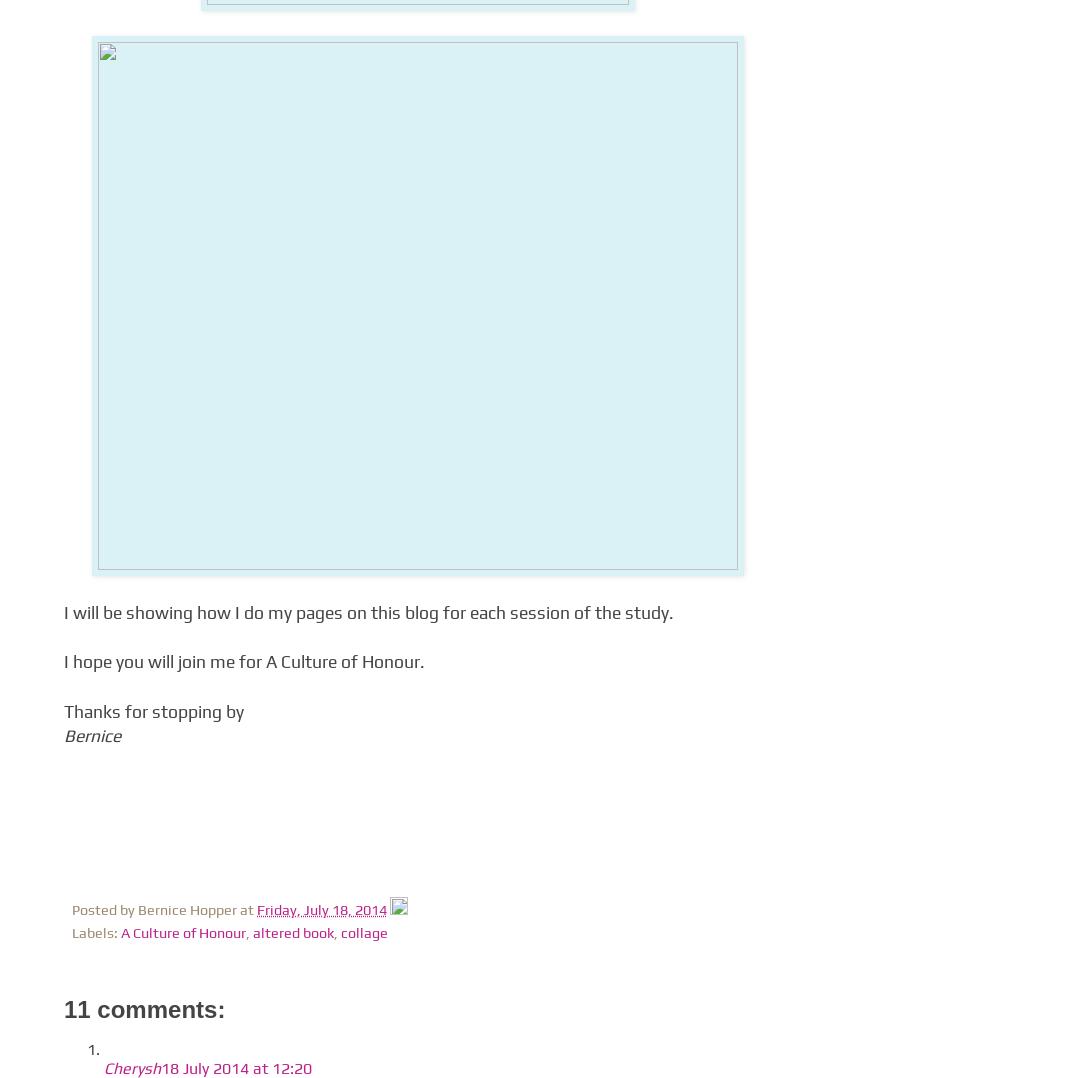 This screenshot has width=1067, height=1078. What do you see at coordinates (91, 735) in the screenshot?
I see `'Bernice'` at bounding box center [91, 735].